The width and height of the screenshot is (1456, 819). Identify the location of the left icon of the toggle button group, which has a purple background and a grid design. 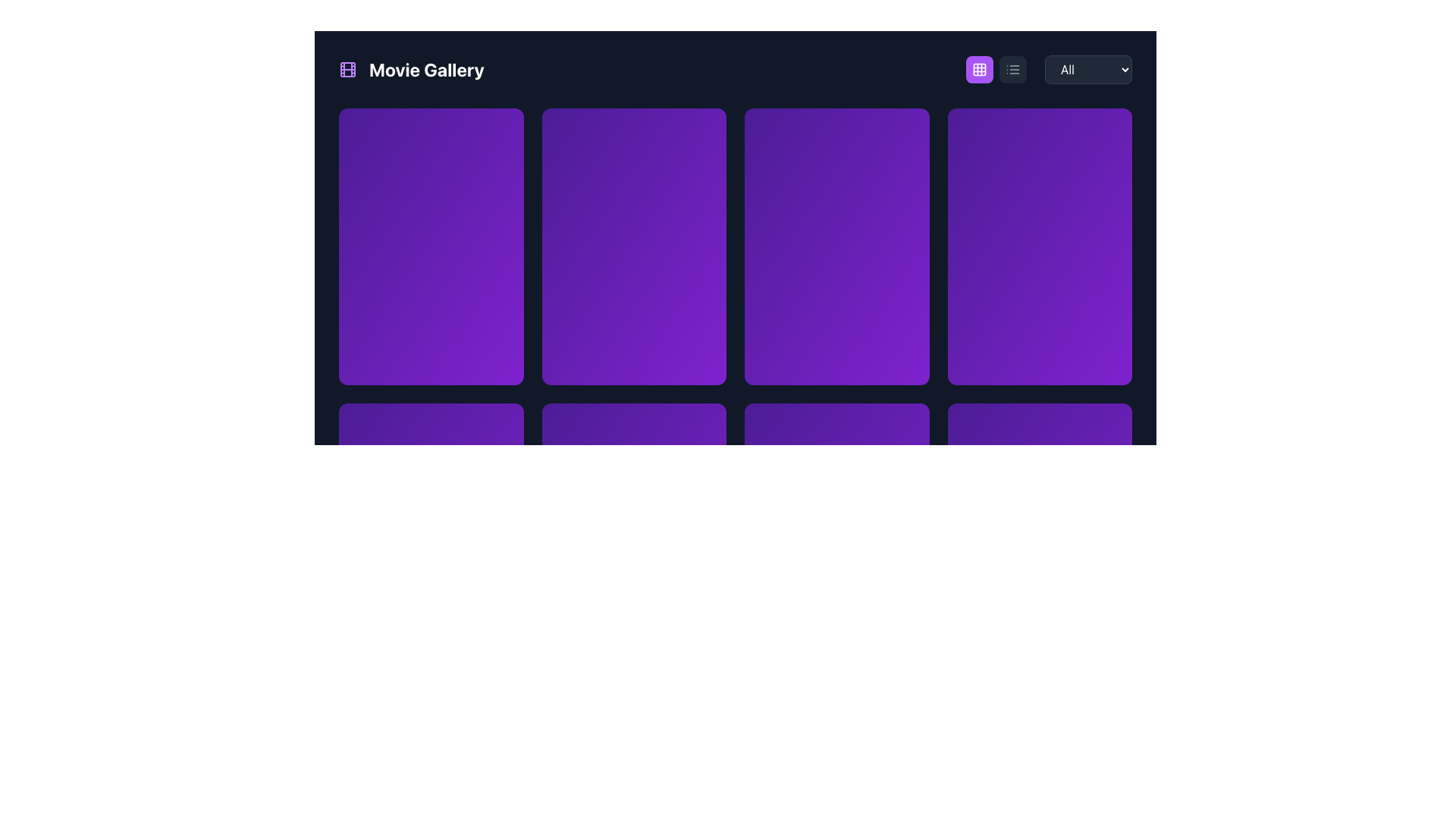
(996, 70).